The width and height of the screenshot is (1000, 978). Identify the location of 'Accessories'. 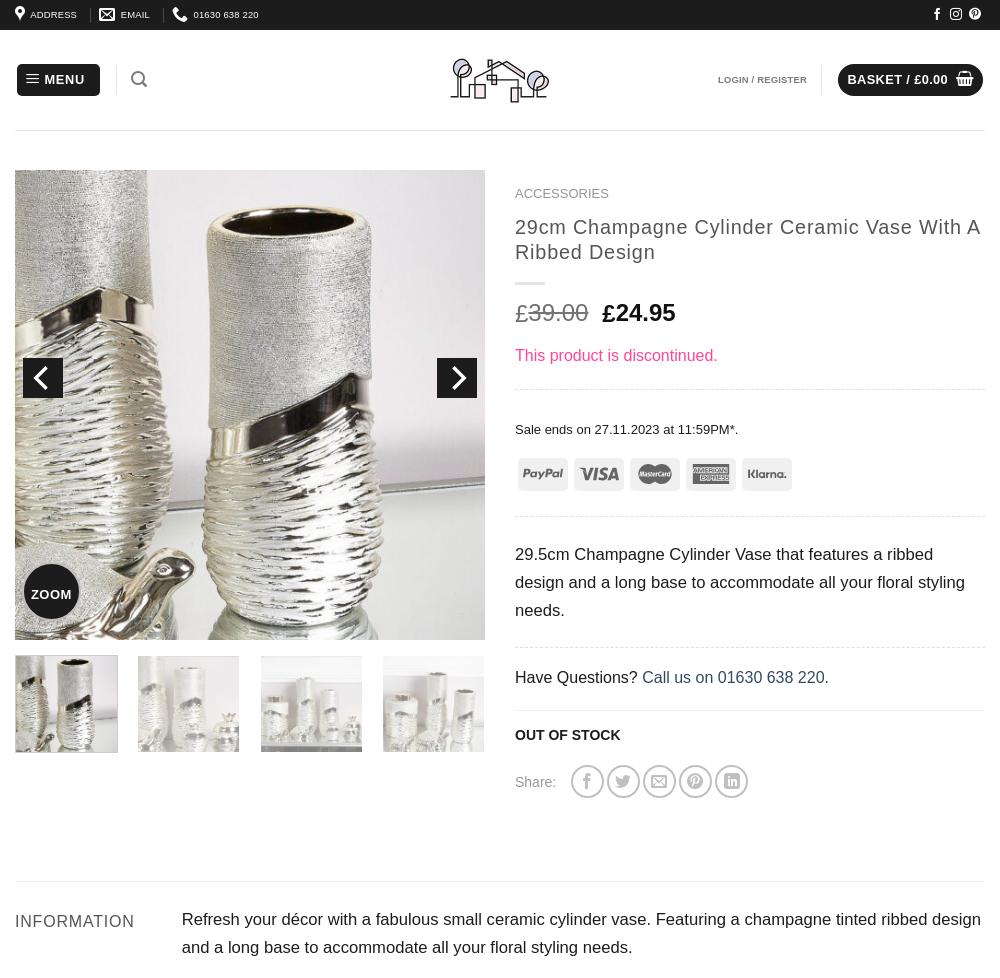
(561, 193).